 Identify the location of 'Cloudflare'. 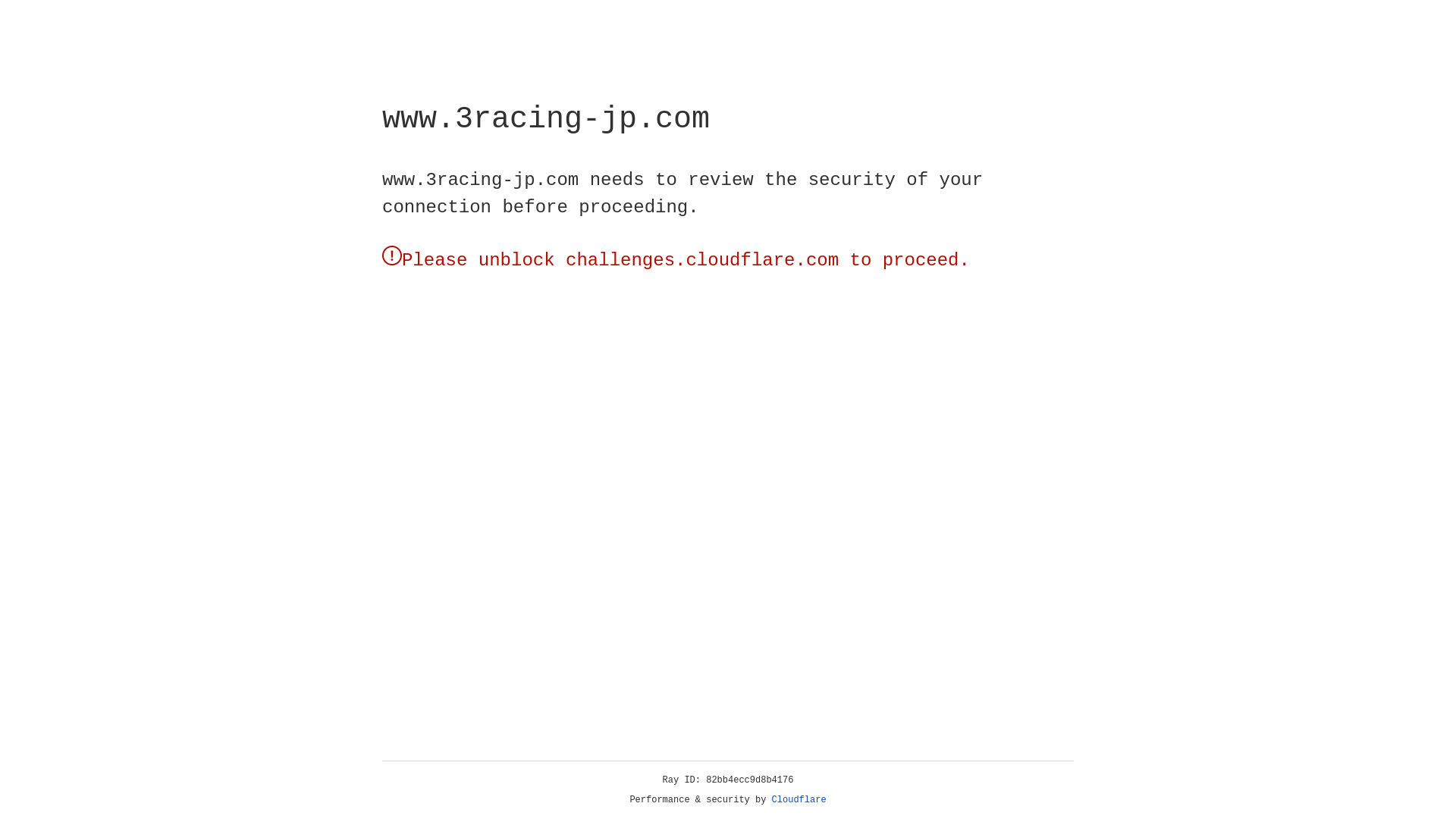
(799, 799).